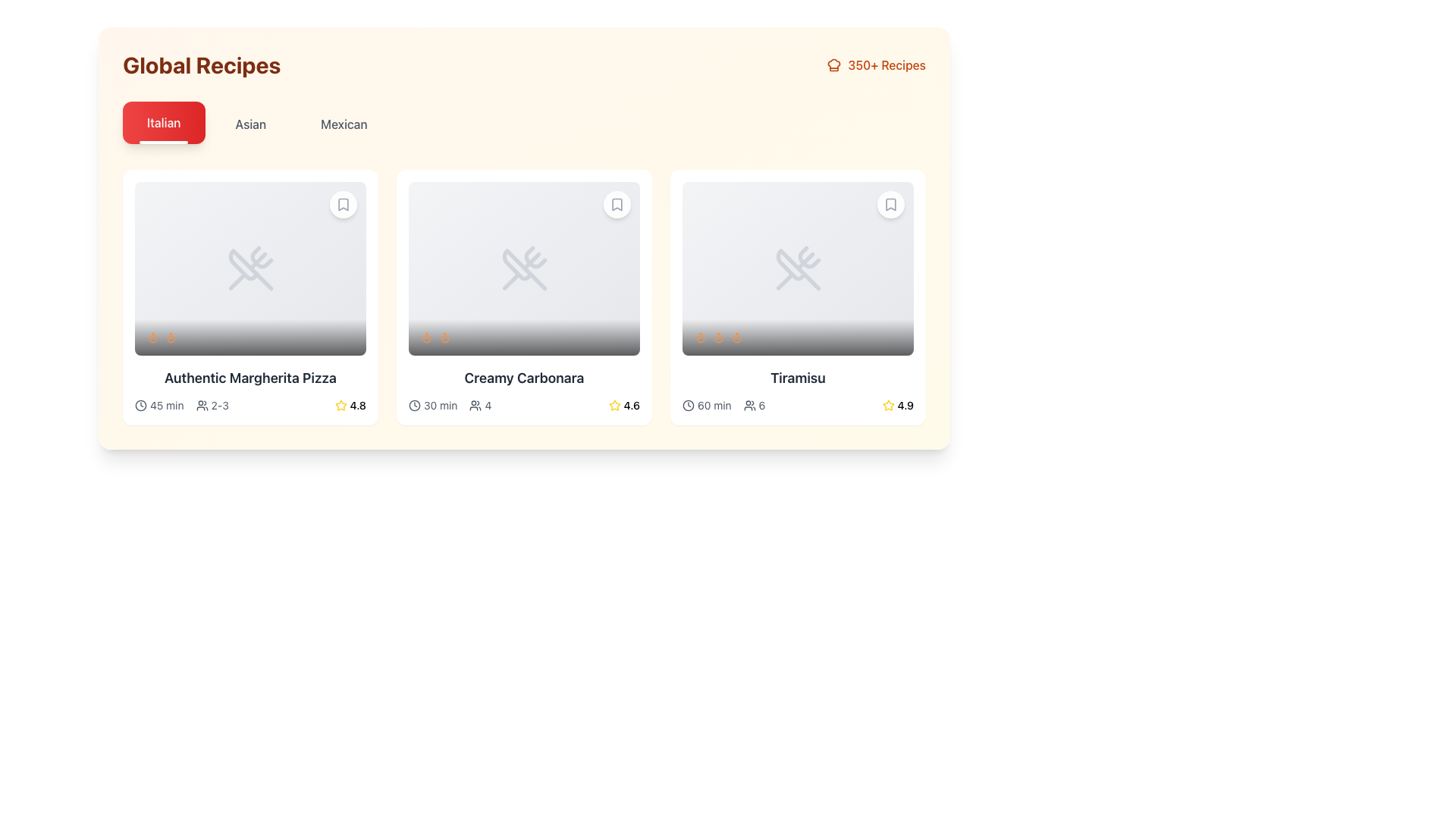 This screenshot has height=819, width=1456. What do you see at coordinates (617, 205) in the screenshot?
I see `the circular button with a white background and a gray bookmark icon located in the top-right corner of the second recipe card` at bounding box center [617, 205].